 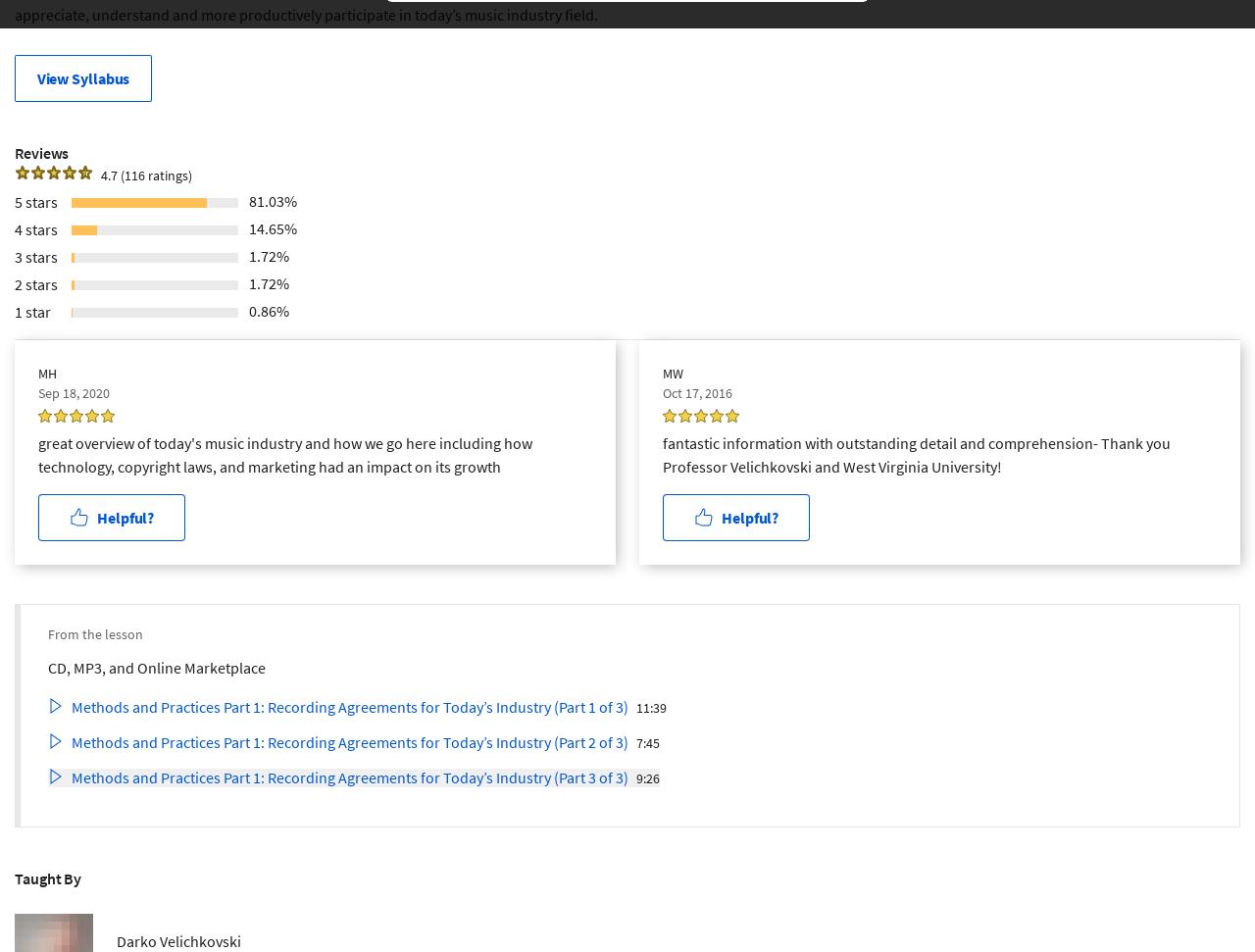 What do you see at coordinates (145, 173) in the screenshot?
I see `'4.7 (116 ratings)'` at bounding box center [145, 173].